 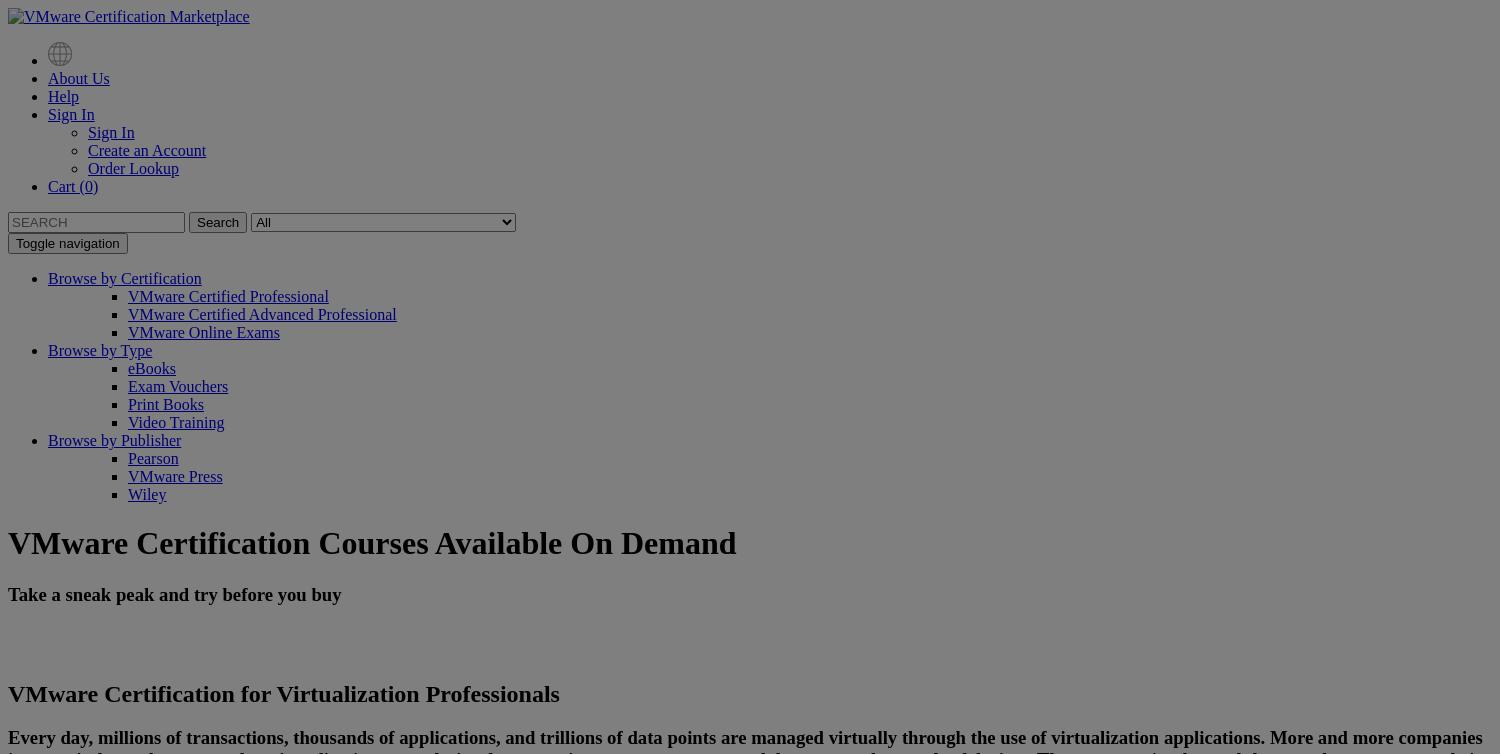 What do you see at coordinates (99, 349) in the screenshot?
I see `'Browse by Type'` at bounding box center [99, 349].